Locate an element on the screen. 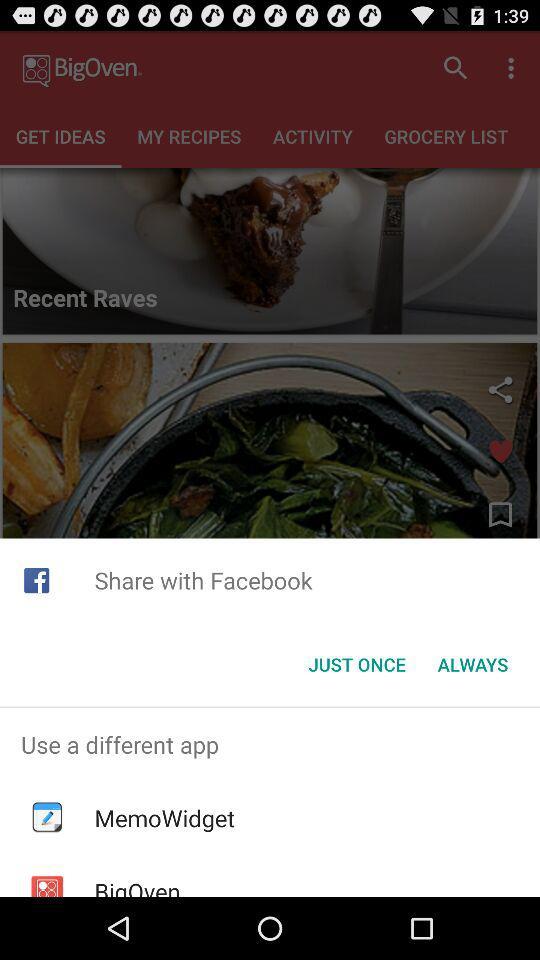 The image size is (540, 960). bigoven is located at coordinates (136, 885).